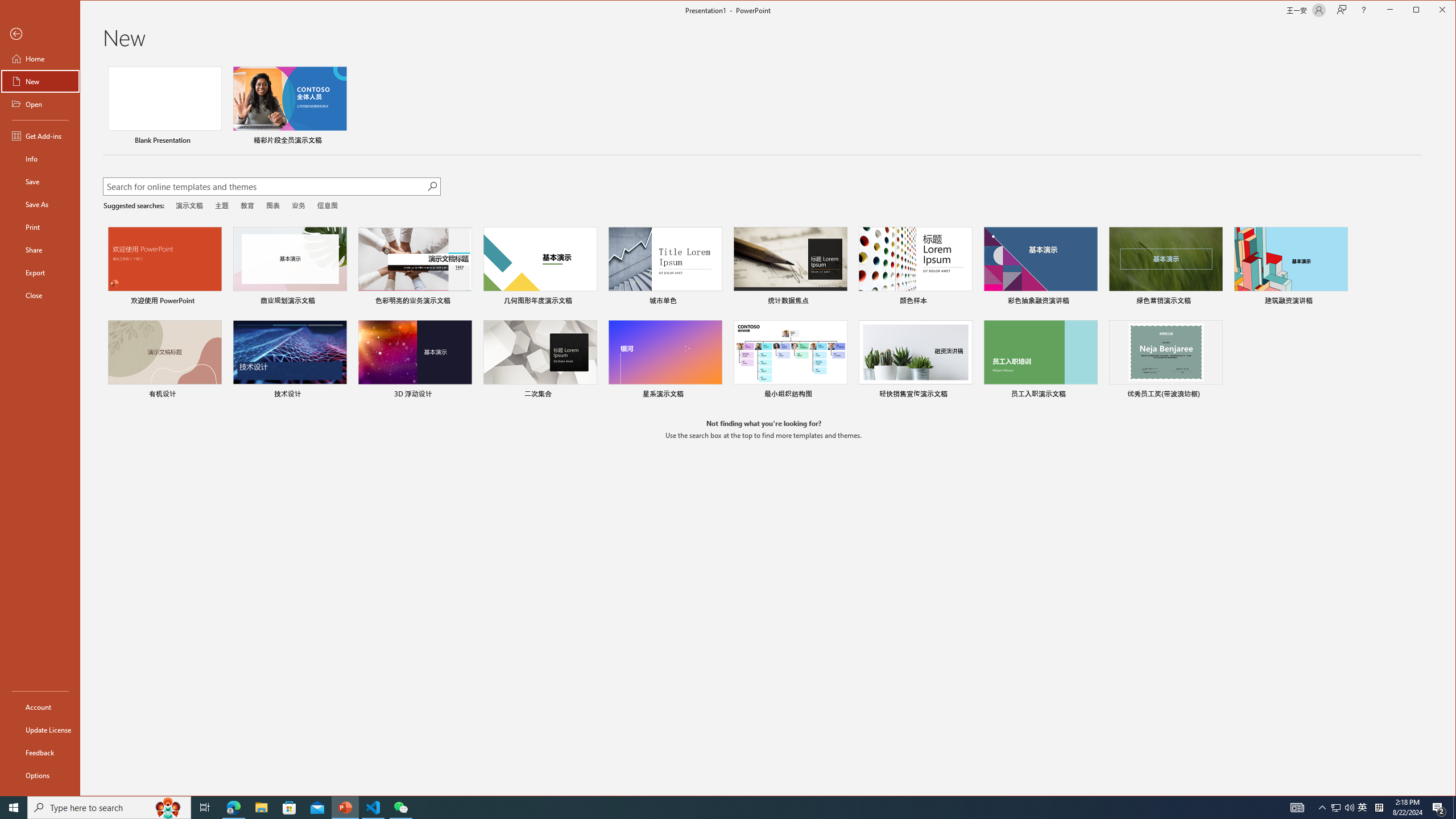 The height and width of the screenshot is (819, 1456). Describe the element at coordinates (39, 226) in the screenshot. I see `'Print'` at that location.